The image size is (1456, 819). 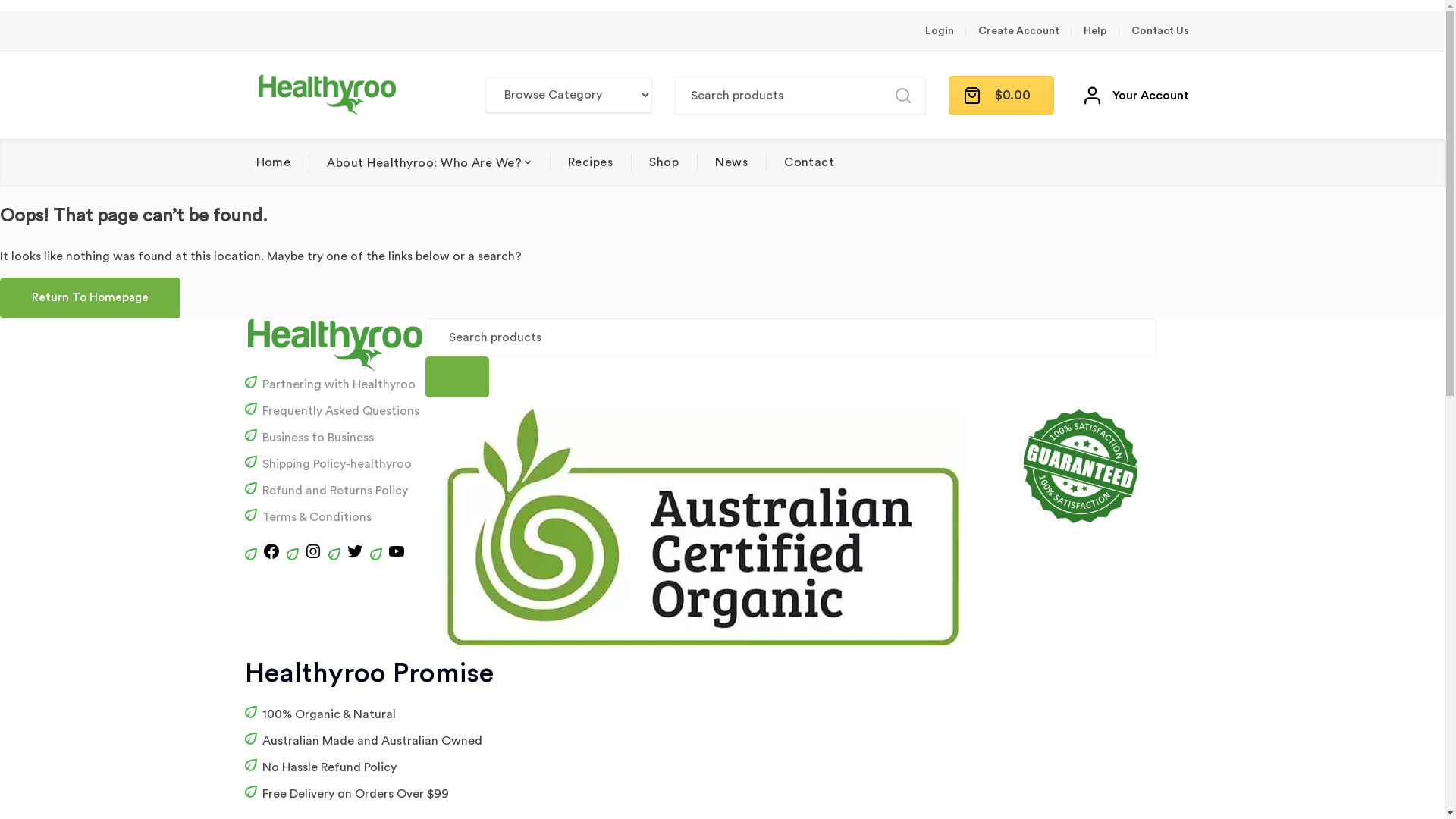 I want to click on 'Create Account', so click(x=1018, y=31).